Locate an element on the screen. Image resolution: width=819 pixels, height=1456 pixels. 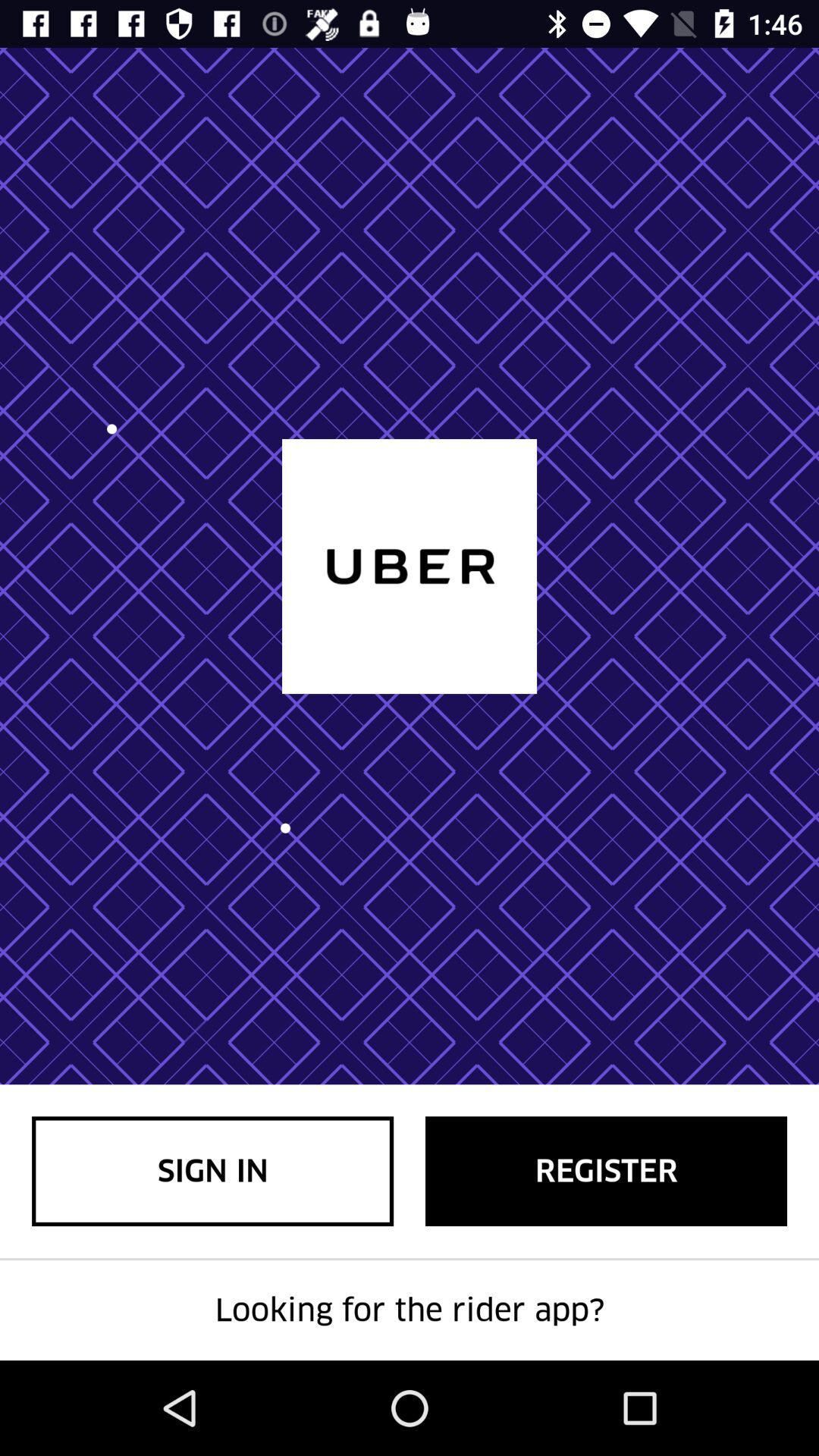
the register is located at coordinates (605, 1170).